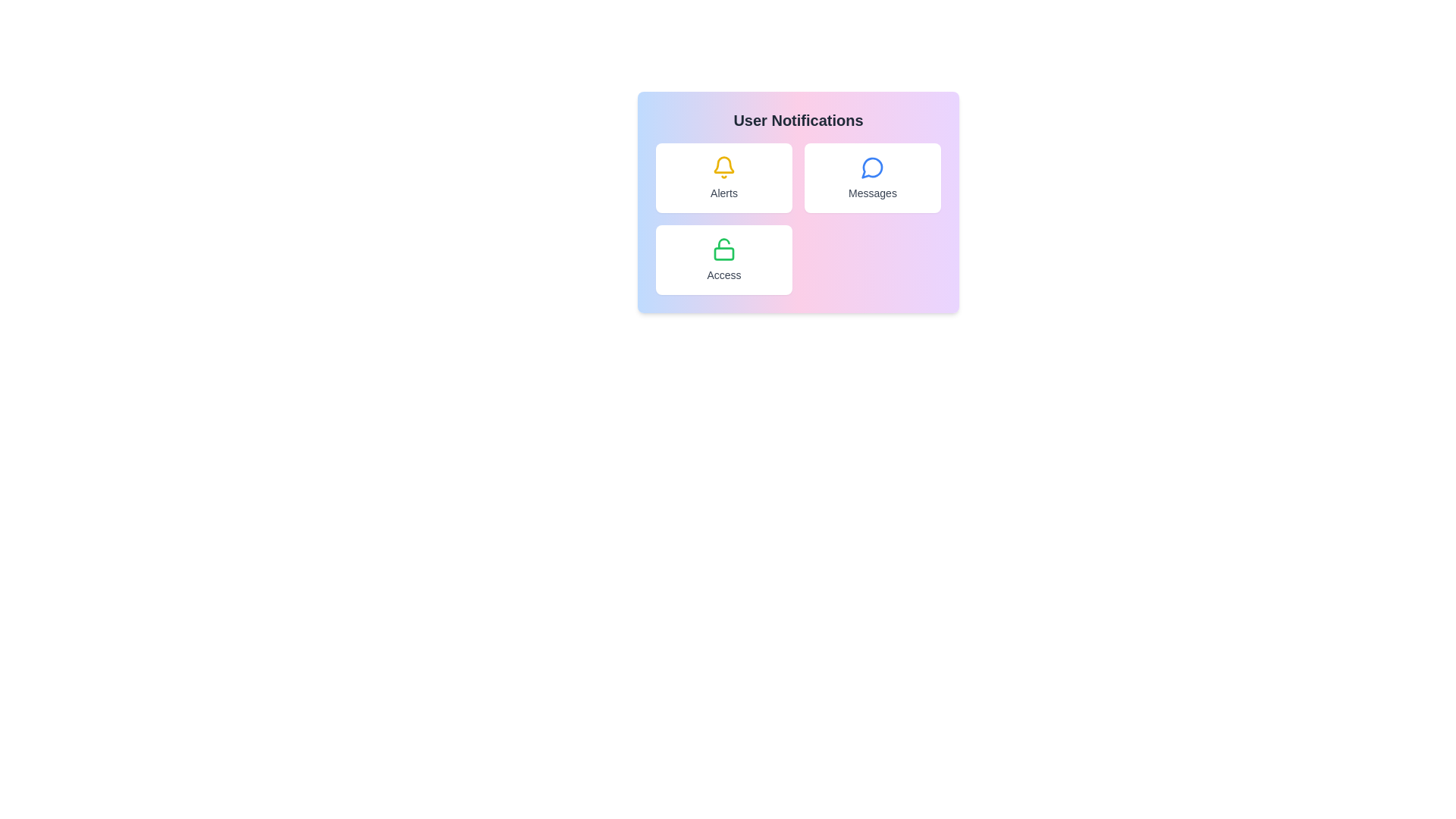  I want to click on the open shackle of the lock icon, which visually indicates that the lock is in an open state, positioned above the rectangular body of the lock, so click(723, 243).